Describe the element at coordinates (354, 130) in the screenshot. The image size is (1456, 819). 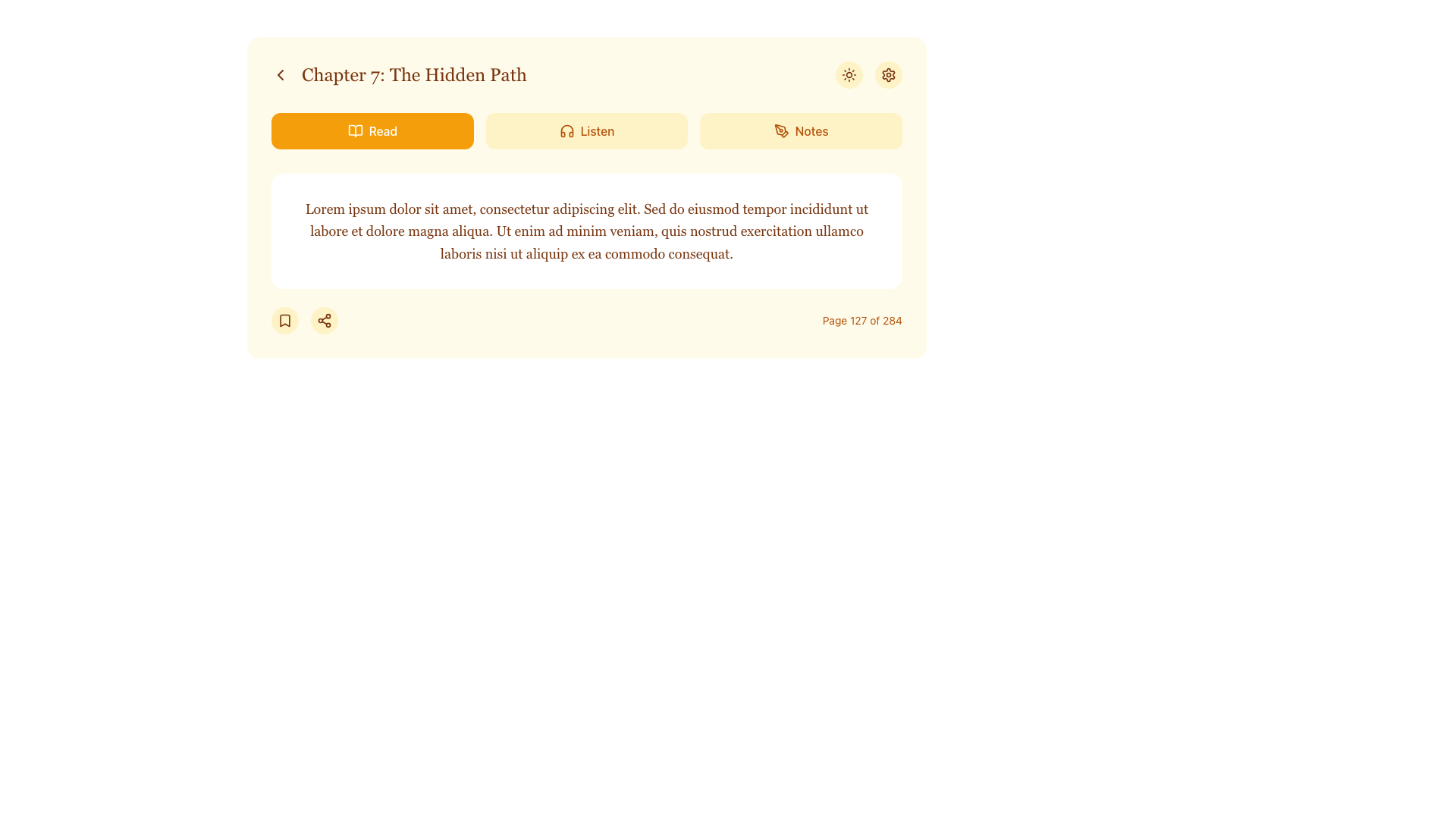
I see `the open book icon, which is a decorative SVG element characterized by its symmetrical inward-curved shapes and central vertical line, located within the yellow button titled 'Read'` at that location.